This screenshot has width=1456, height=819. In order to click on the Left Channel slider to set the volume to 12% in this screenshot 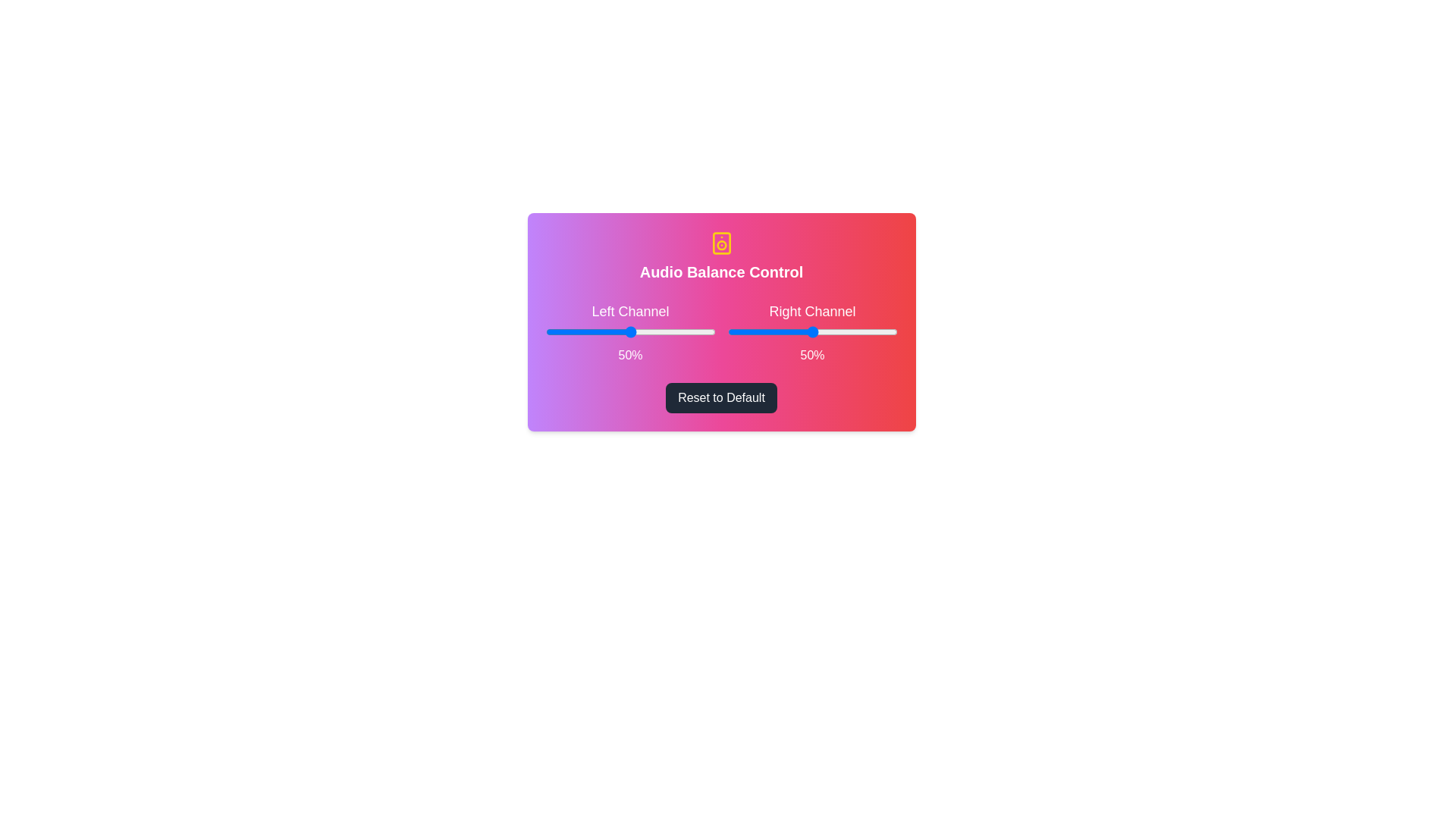, I will do `click(565, 331)`.